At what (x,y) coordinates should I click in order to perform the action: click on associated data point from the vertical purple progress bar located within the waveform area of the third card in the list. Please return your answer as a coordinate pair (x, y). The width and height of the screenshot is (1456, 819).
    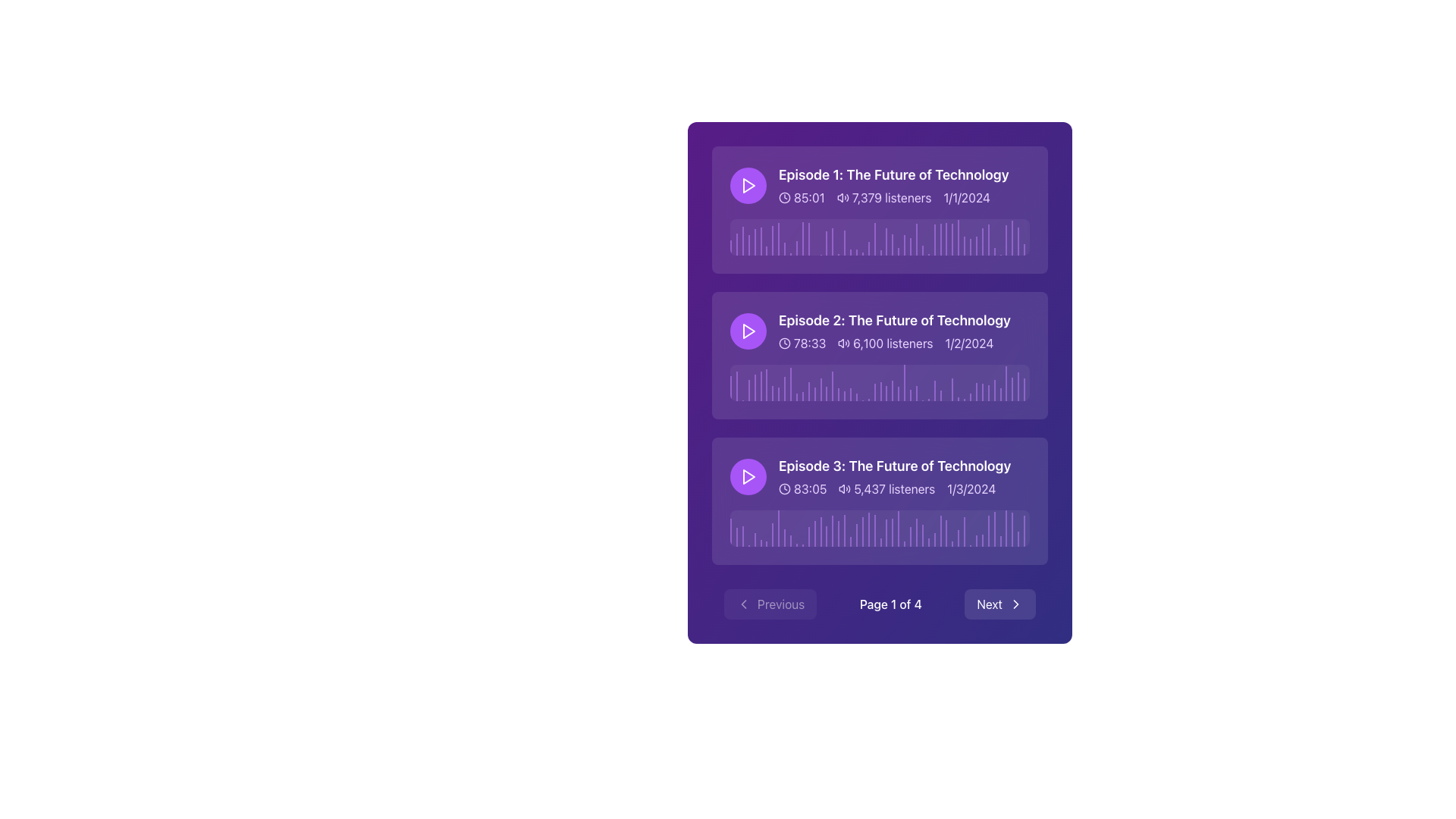
    Looking at the image, I should click on (899, 528).